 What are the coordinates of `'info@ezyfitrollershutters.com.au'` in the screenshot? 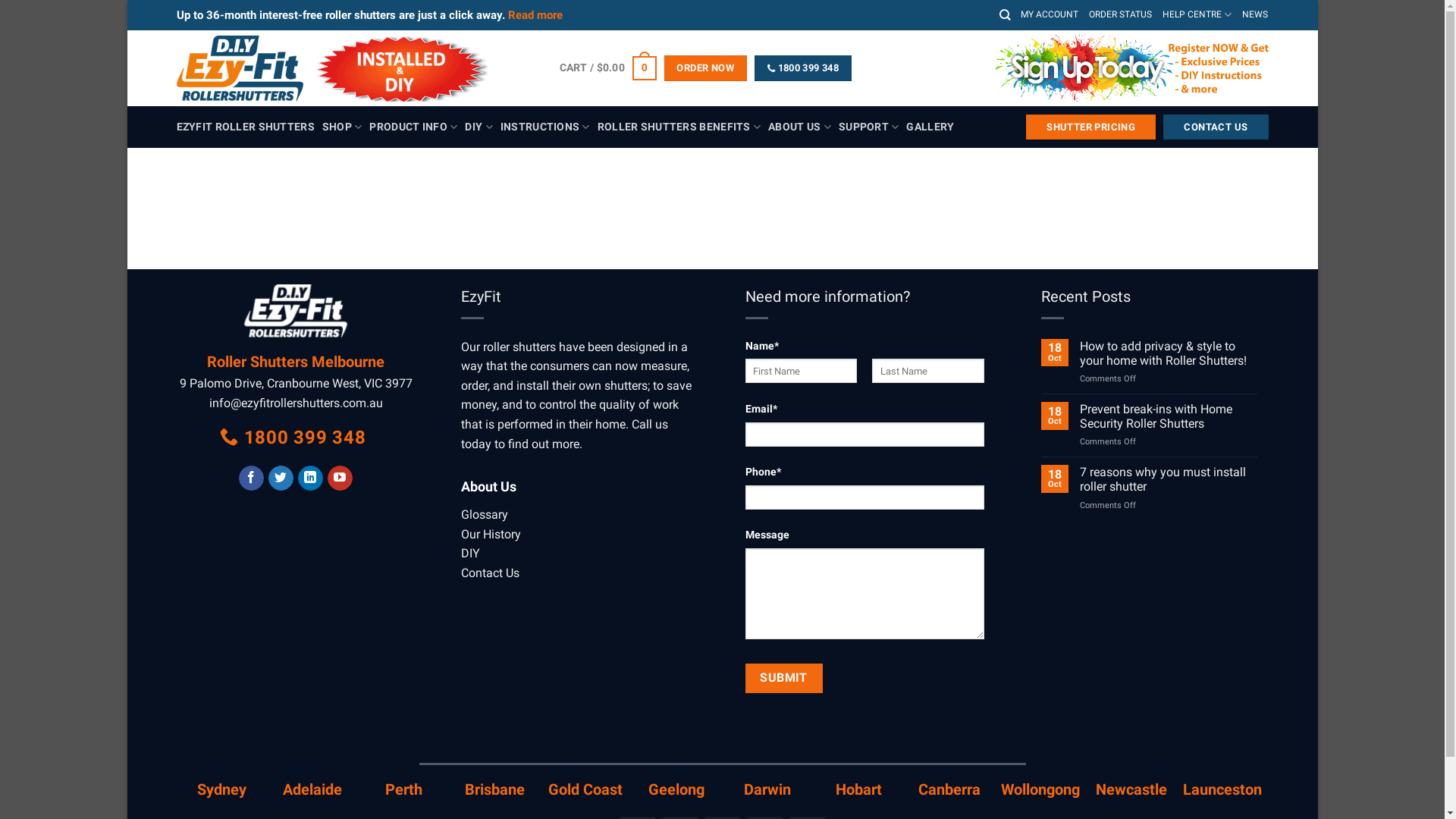 It's located at (208, 402).